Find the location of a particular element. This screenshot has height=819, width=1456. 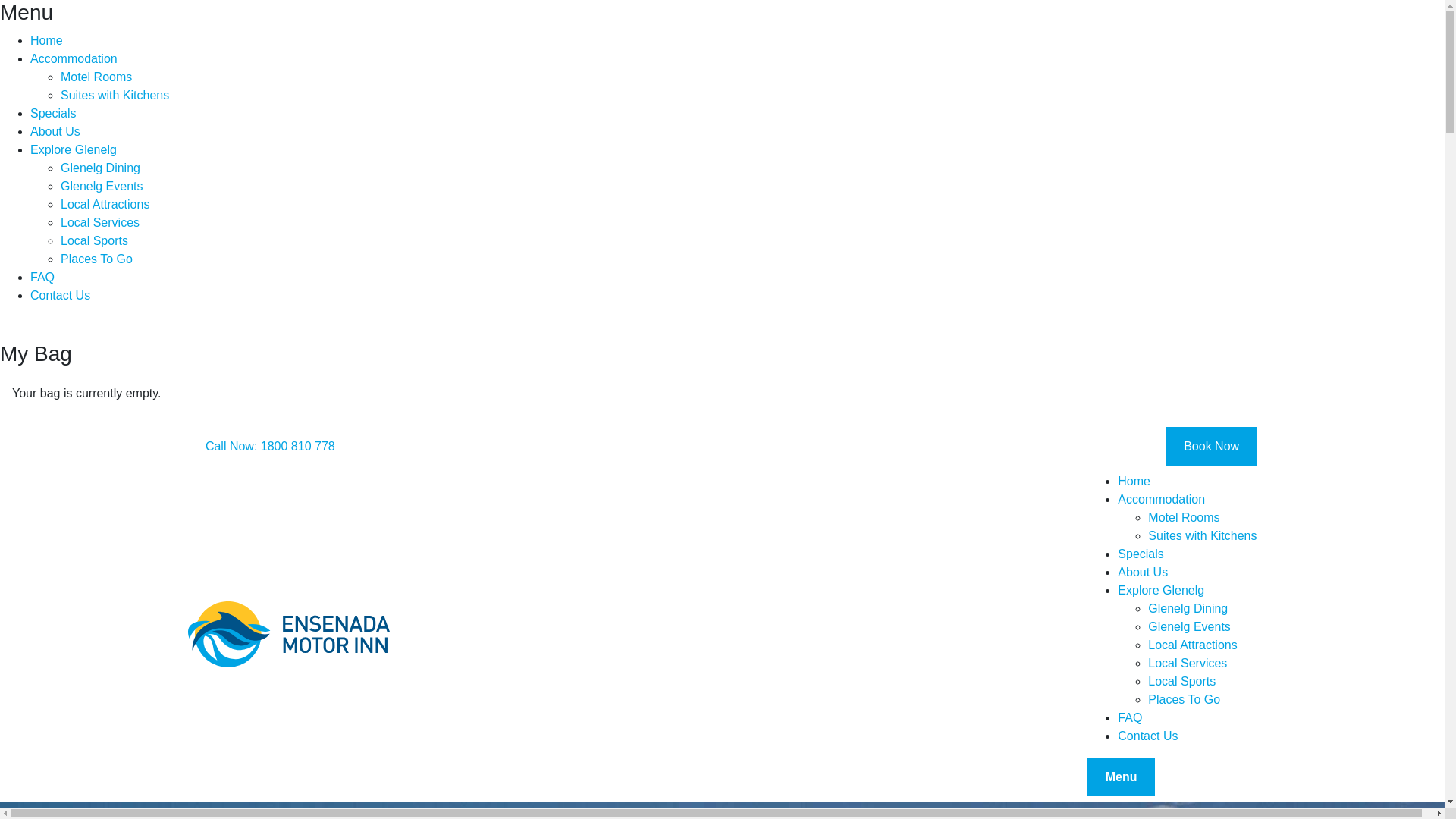

'Local Sports' is located at coordinates (1201, 680).